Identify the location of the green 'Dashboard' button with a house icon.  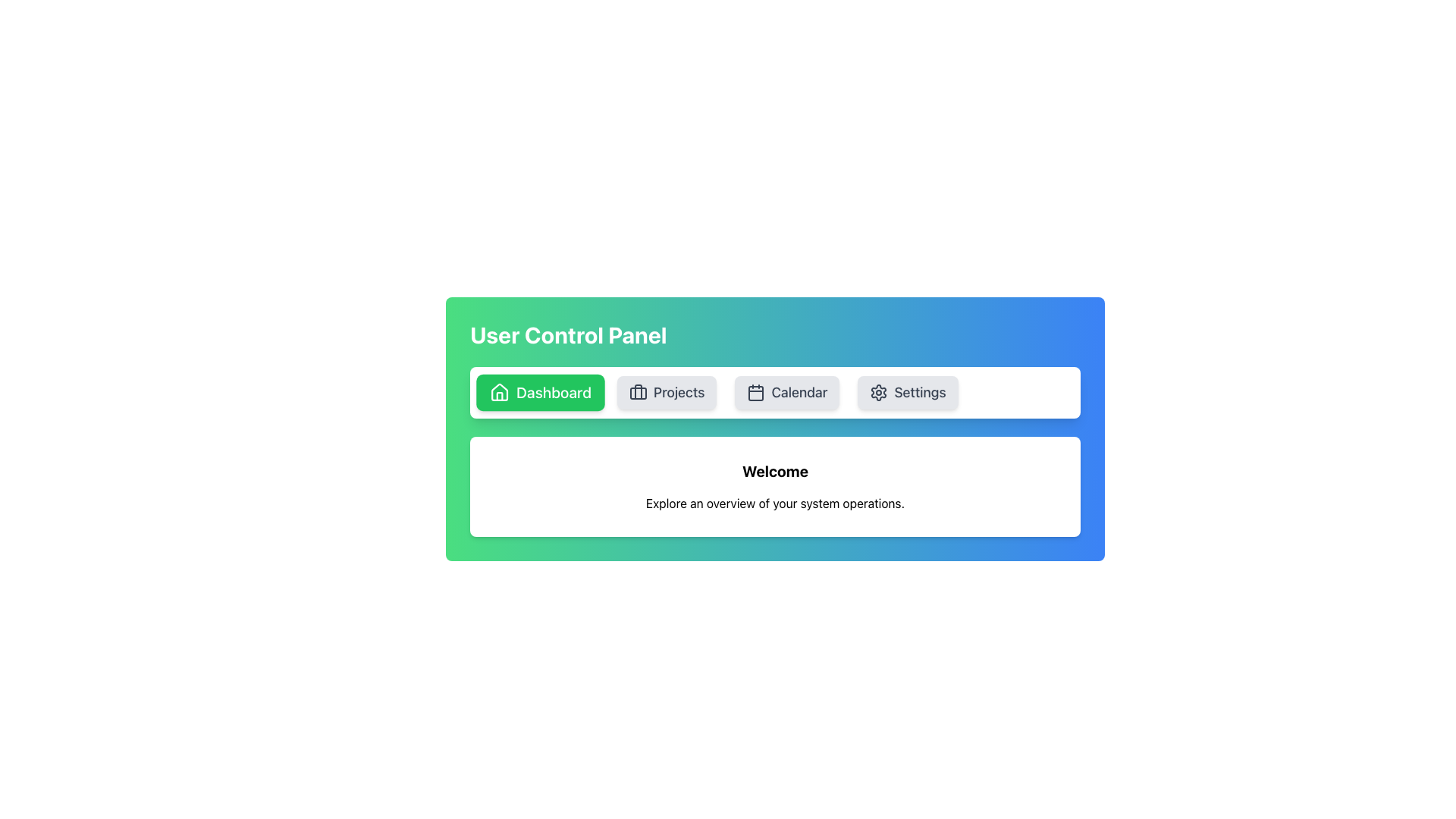
(540, 391).